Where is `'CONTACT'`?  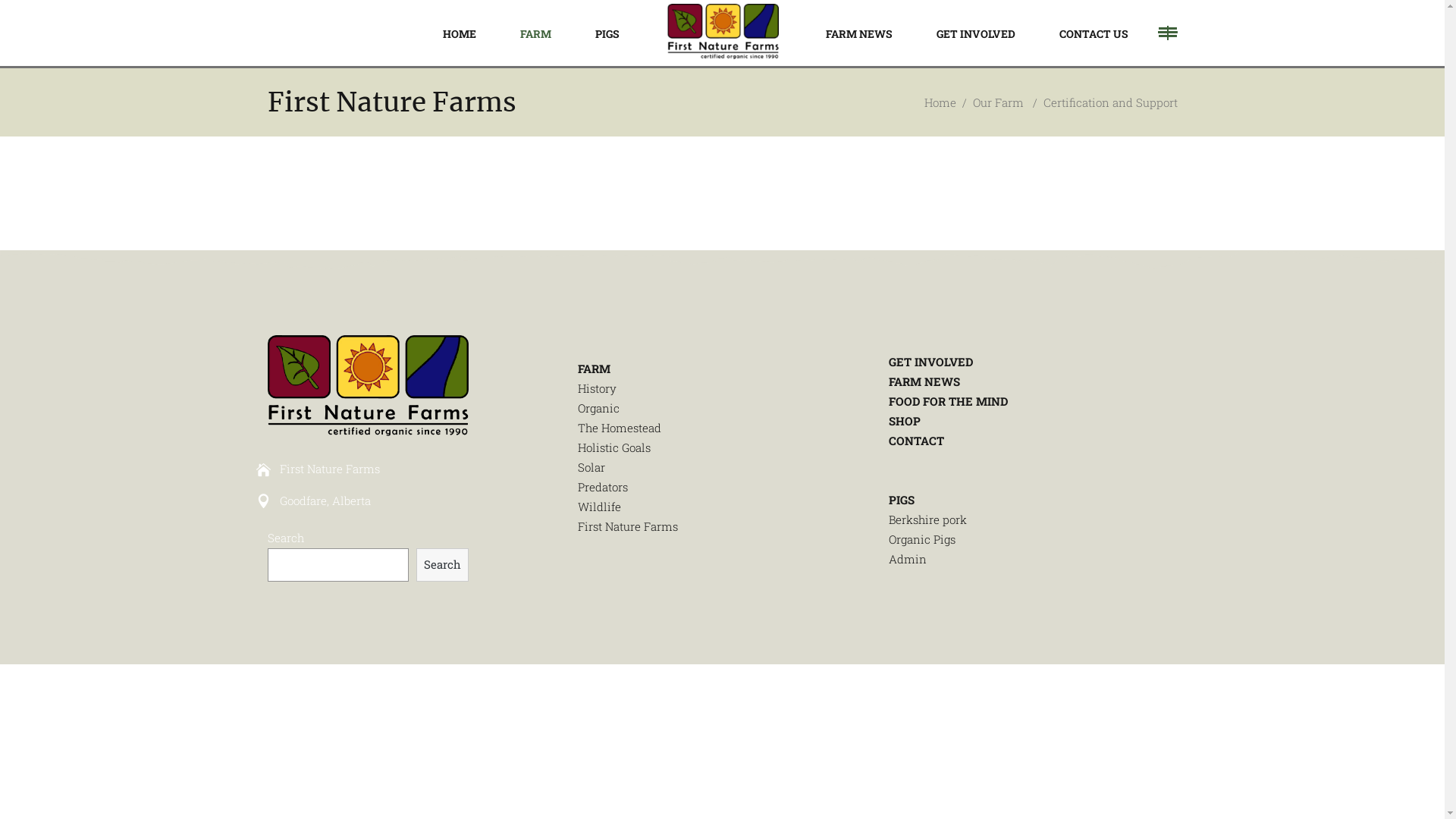
'CONTACT' is located at coordinates (915, 441).